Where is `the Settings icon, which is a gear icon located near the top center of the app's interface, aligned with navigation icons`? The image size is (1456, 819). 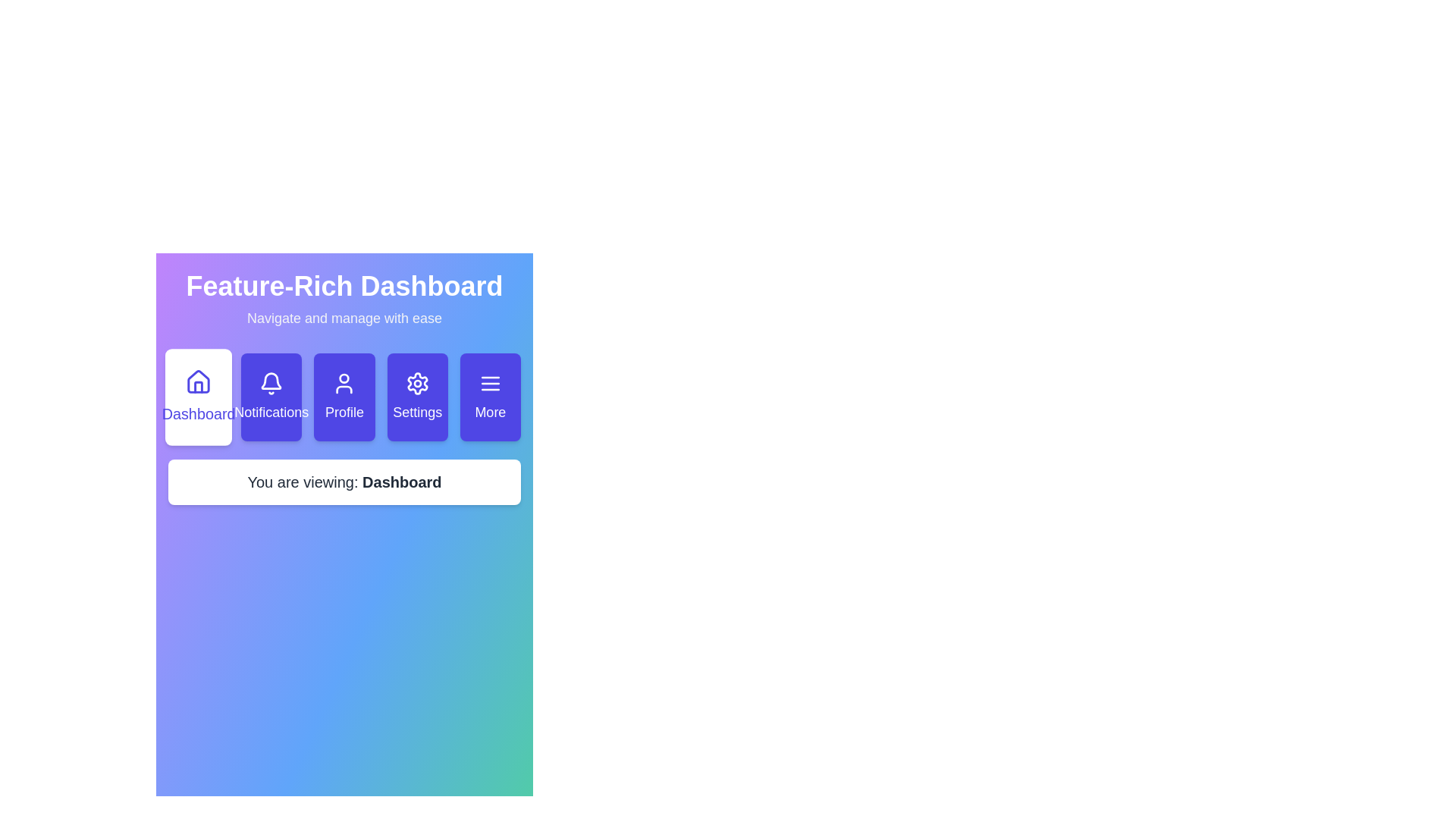
the Settings icon, which is a gear icon located near the top center of the app's interface, aligned with navigation icons is located at coordinates (417, 382).